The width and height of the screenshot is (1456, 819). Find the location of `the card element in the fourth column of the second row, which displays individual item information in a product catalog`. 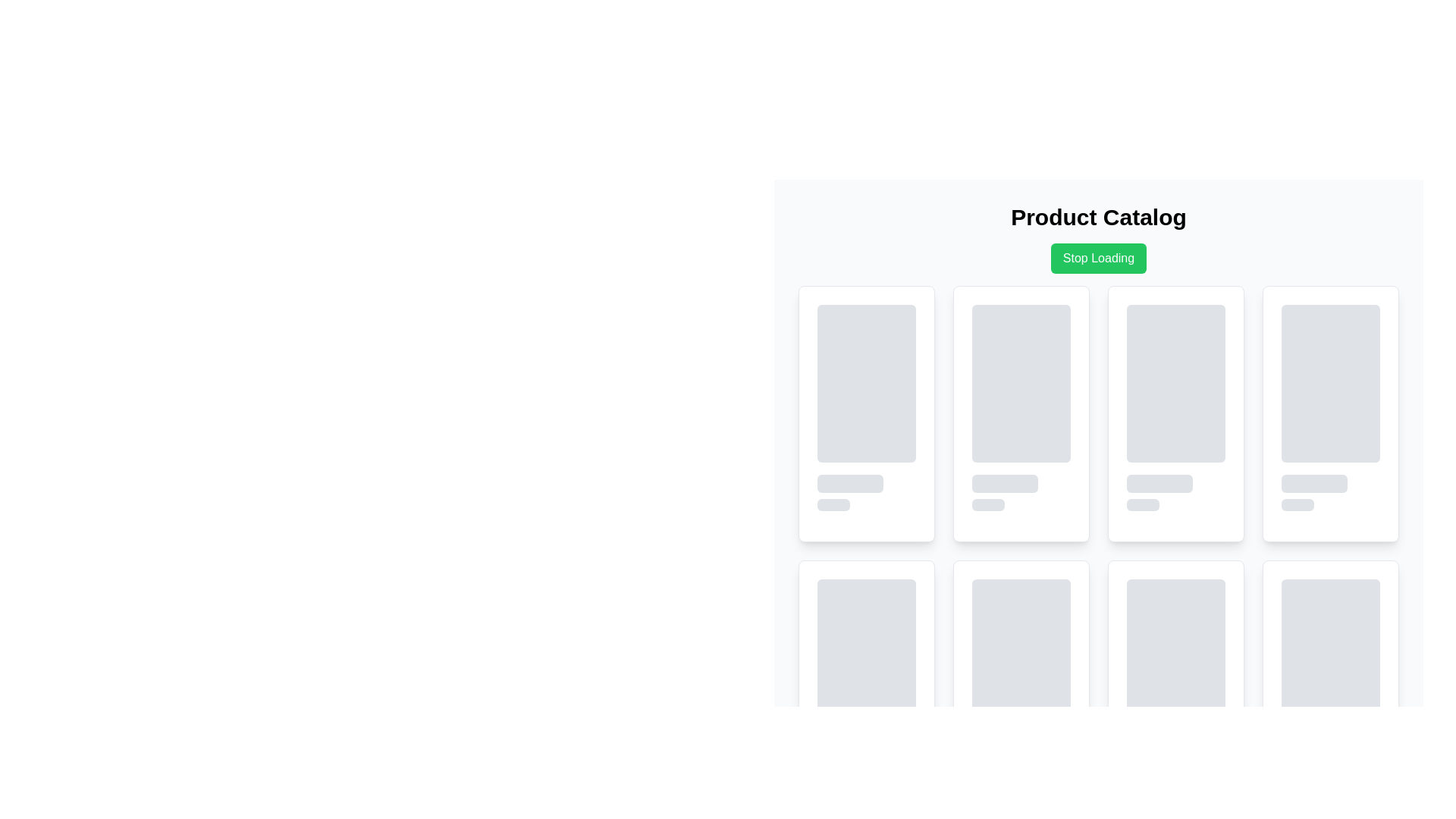

the card element in the fourth column of the second row, which displays individual item information in a product catalog is located at coordinates (1021, 688).